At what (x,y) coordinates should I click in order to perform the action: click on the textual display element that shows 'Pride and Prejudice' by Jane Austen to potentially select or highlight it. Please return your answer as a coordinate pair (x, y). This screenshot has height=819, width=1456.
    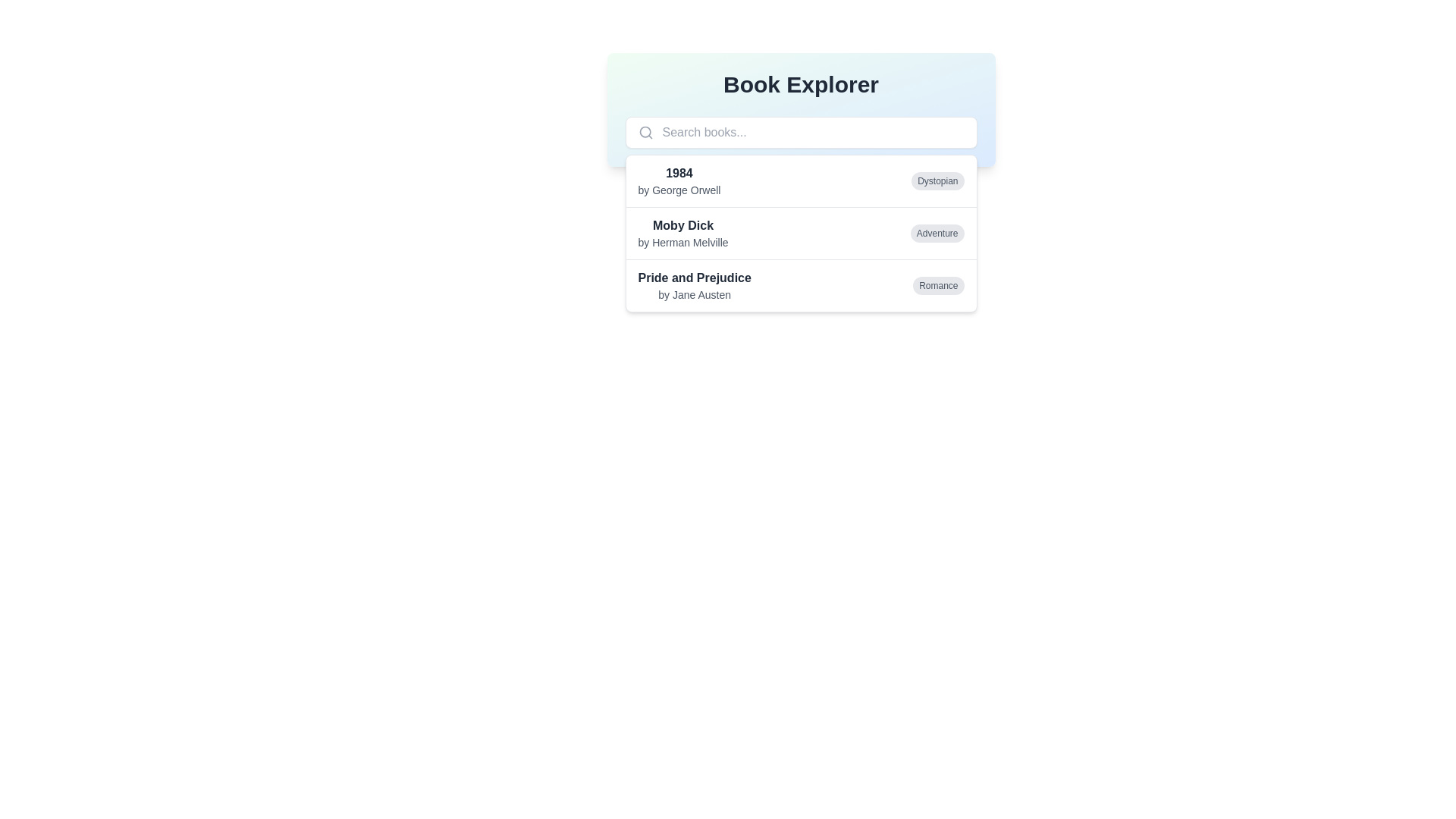
    Looking at the image, I should click on (694, 286).